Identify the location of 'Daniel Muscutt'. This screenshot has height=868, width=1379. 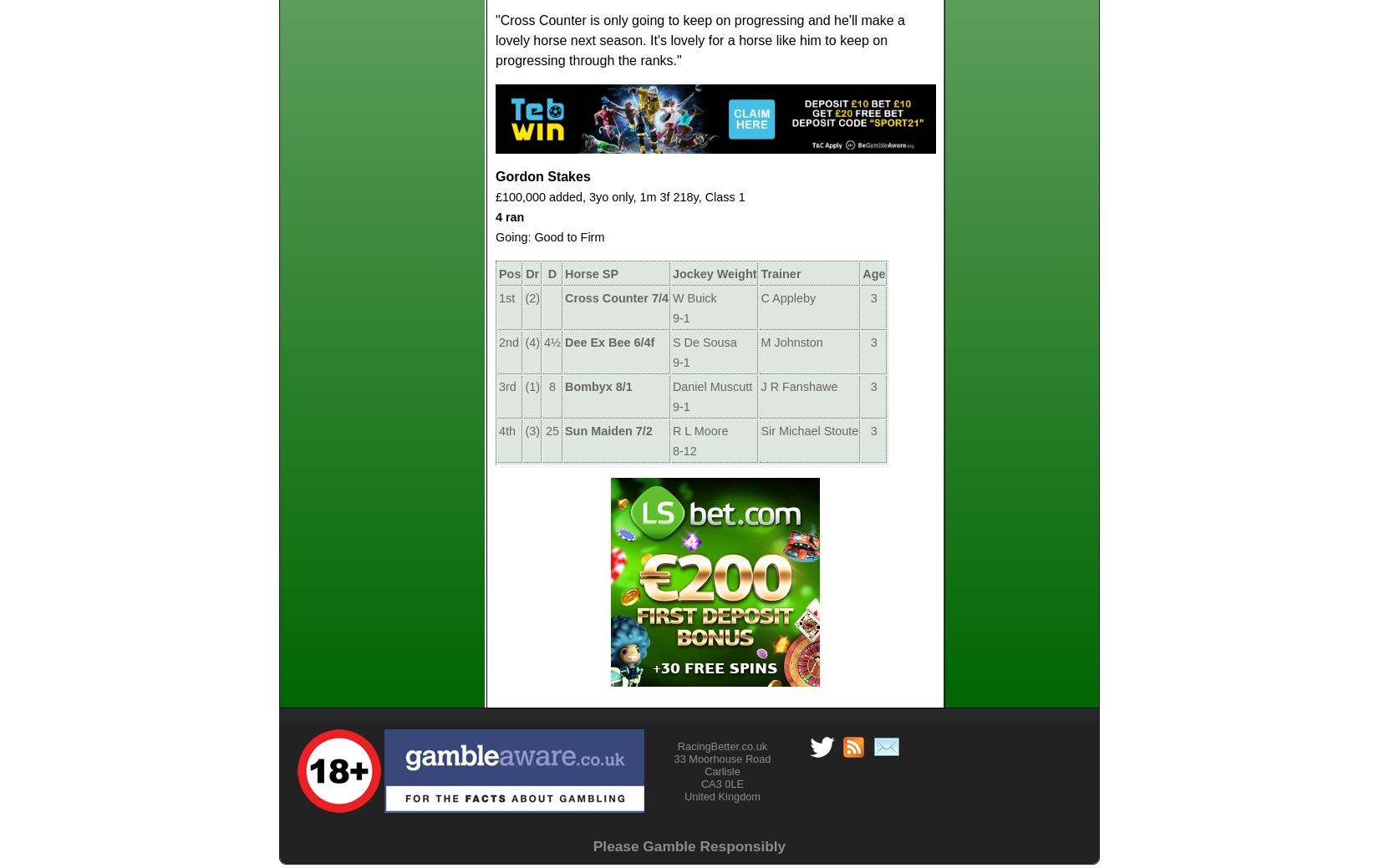
(671, 385).